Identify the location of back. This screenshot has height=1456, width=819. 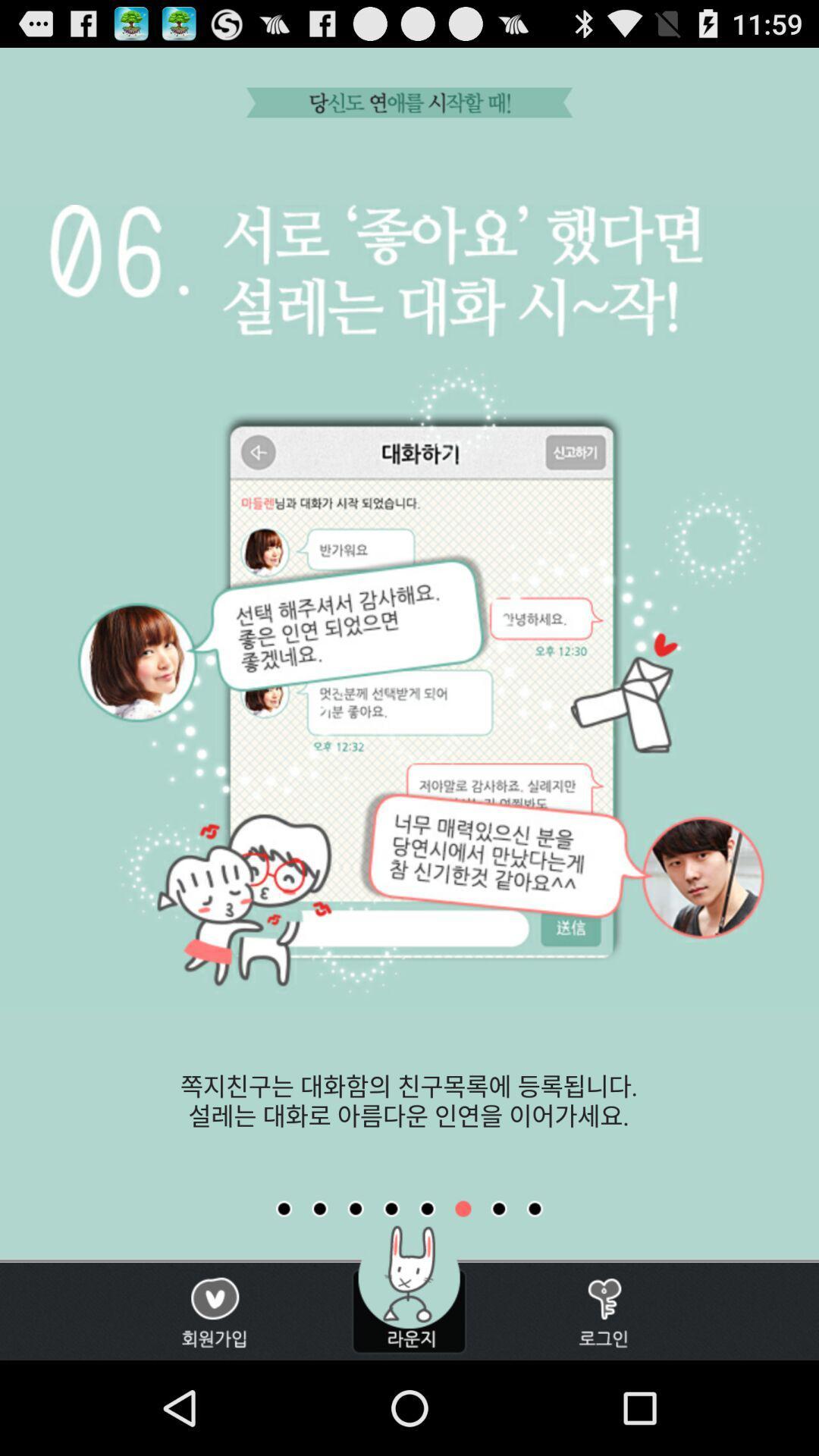
(391, 1208).